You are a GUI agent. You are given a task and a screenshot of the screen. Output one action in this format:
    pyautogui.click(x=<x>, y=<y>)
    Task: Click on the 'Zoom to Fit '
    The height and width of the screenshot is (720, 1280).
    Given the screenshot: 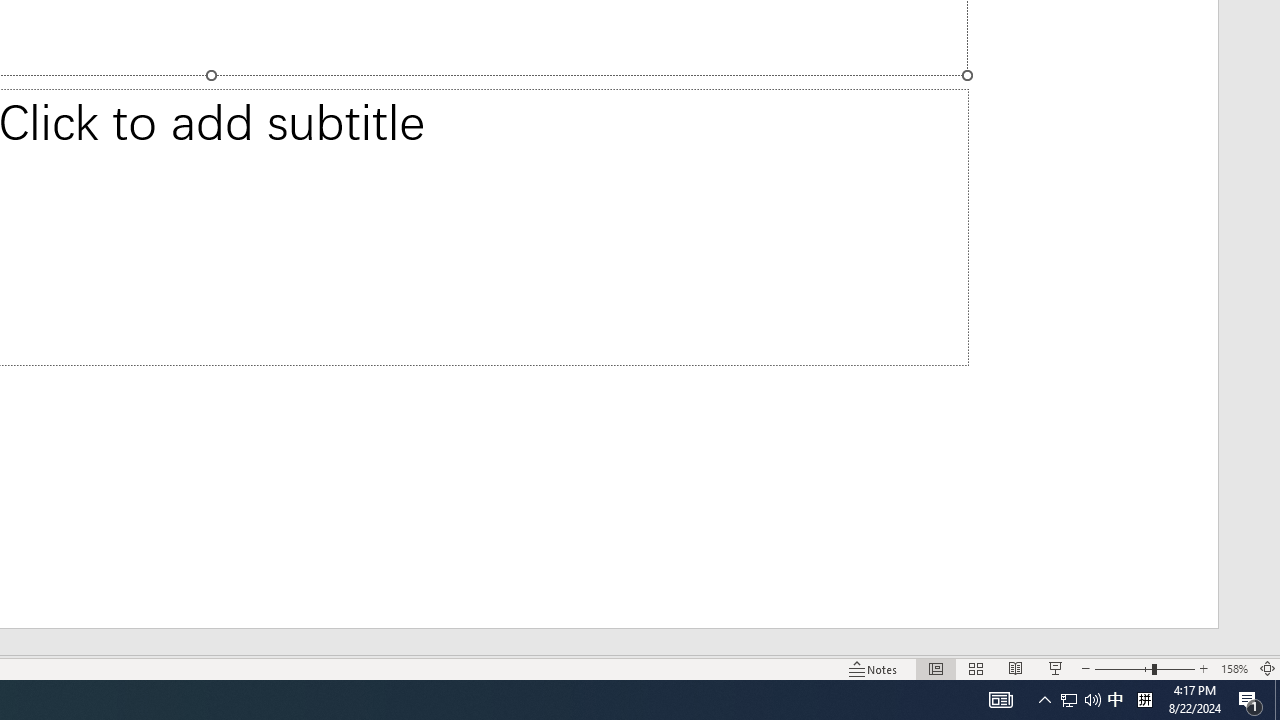 What is the action you would take?
    pyautogui.click(x=1266, y=669)
    